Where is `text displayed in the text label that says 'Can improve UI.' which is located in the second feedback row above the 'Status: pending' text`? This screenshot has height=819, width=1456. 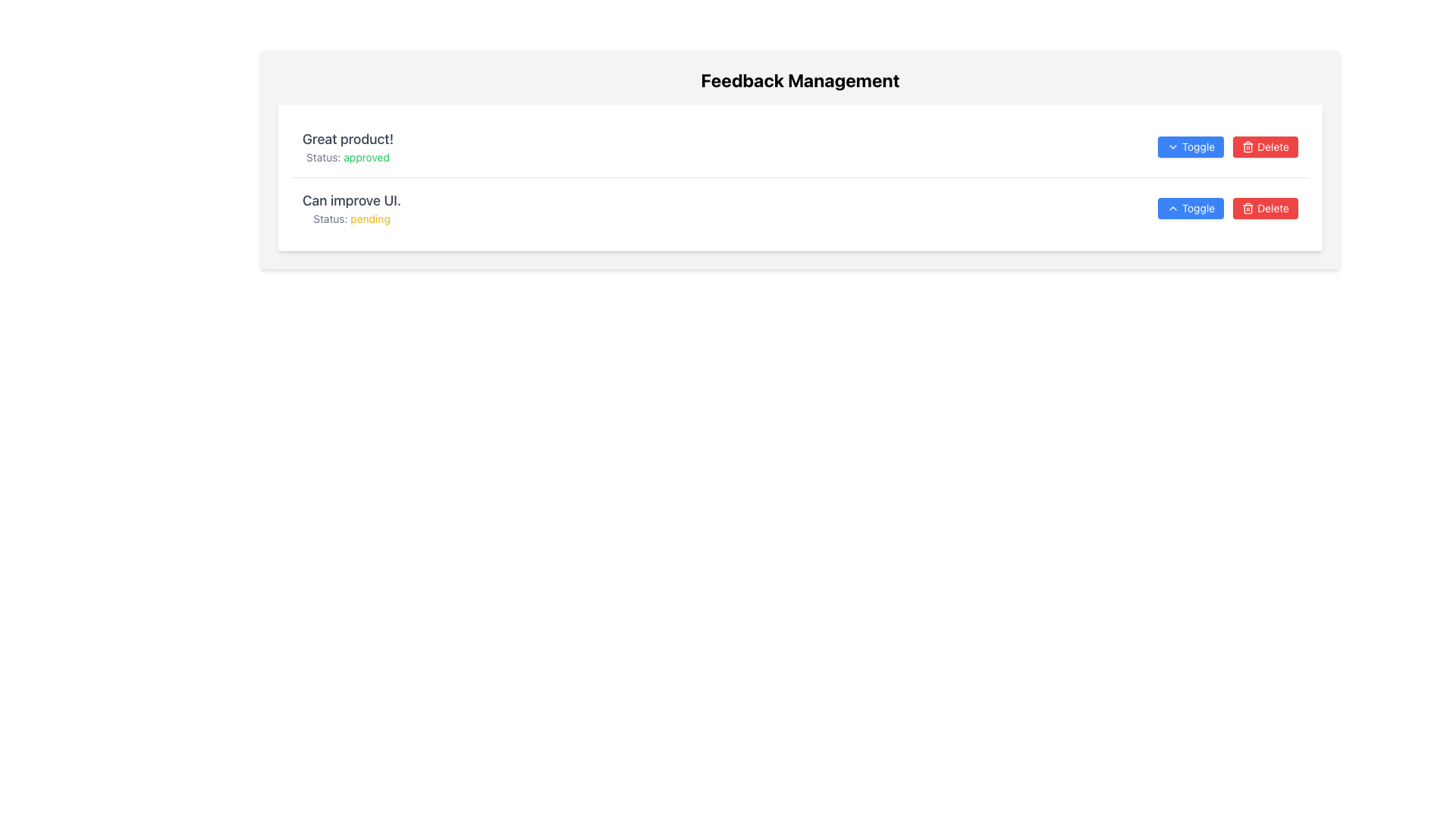
text displayed in the text label that says 'Can improve UI.' which is located in the second feedback row above the 'Status: pending' text is located at coordinates (351, 200).